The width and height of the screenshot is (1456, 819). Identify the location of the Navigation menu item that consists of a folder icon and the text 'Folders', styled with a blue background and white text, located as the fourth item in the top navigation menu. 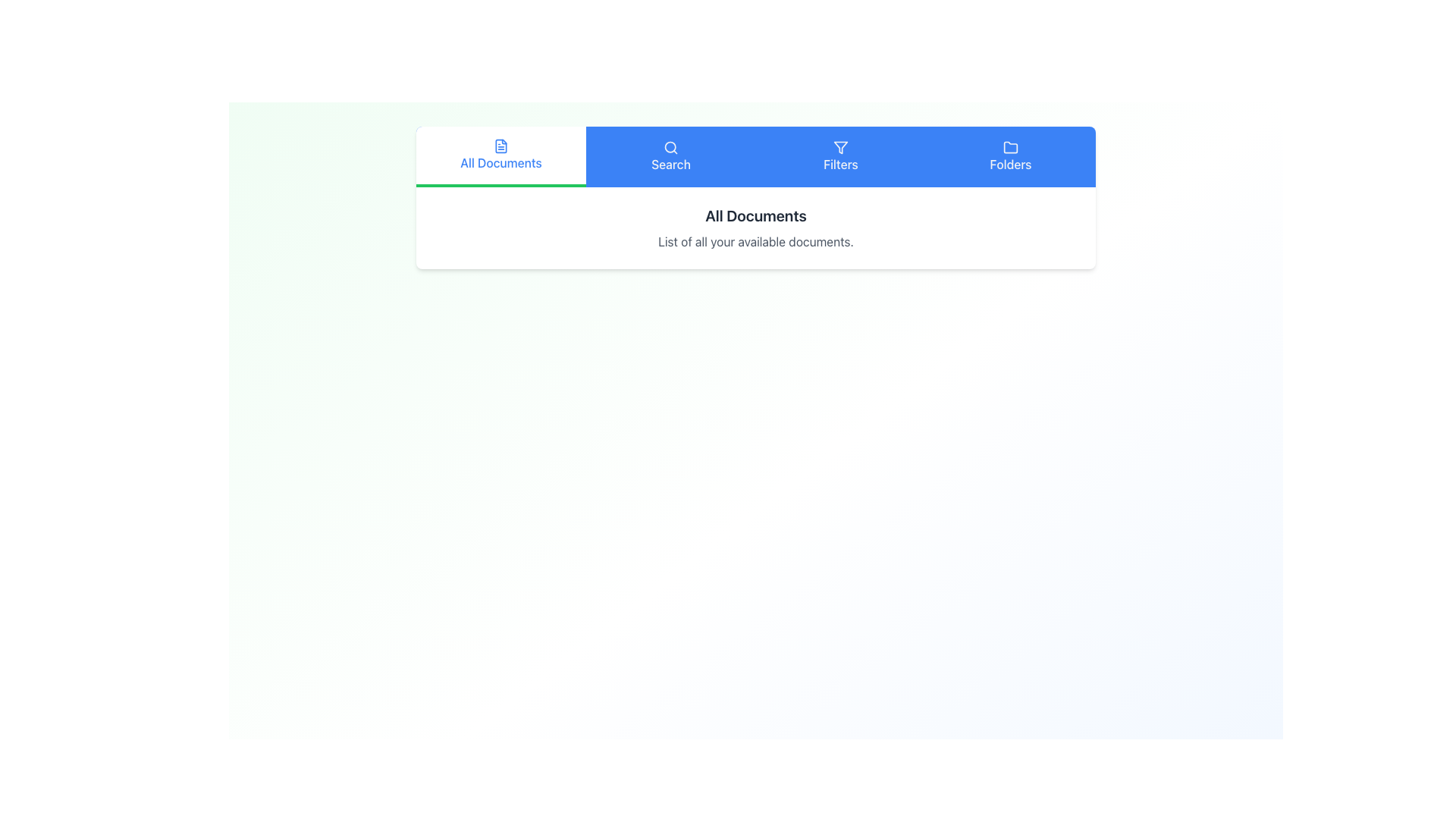
(1011, 157).